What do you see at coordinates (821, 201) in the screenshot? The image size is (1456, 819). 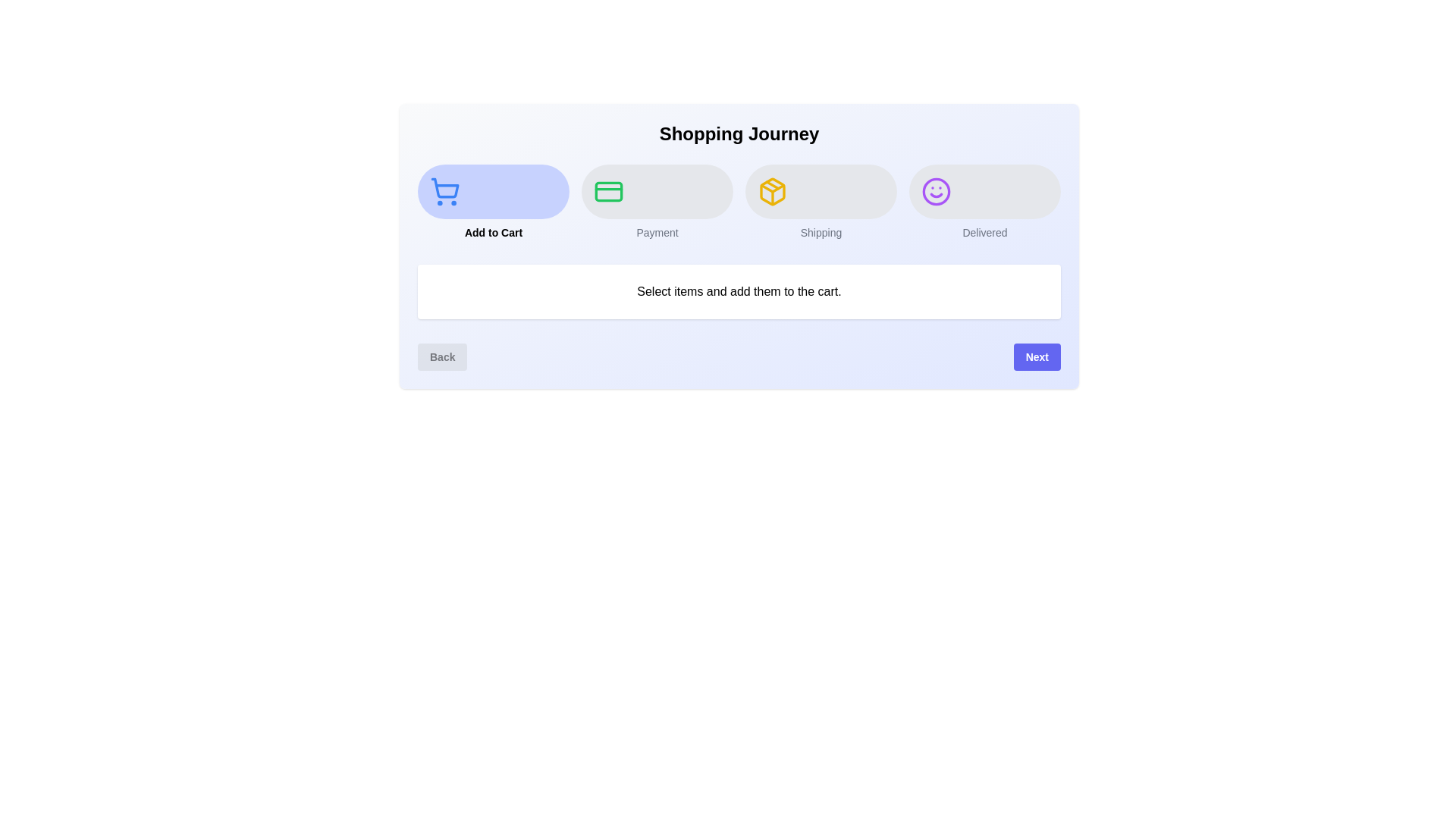 I see `the step indicator corresponding to Shipping` at bounding box center [821, 201].